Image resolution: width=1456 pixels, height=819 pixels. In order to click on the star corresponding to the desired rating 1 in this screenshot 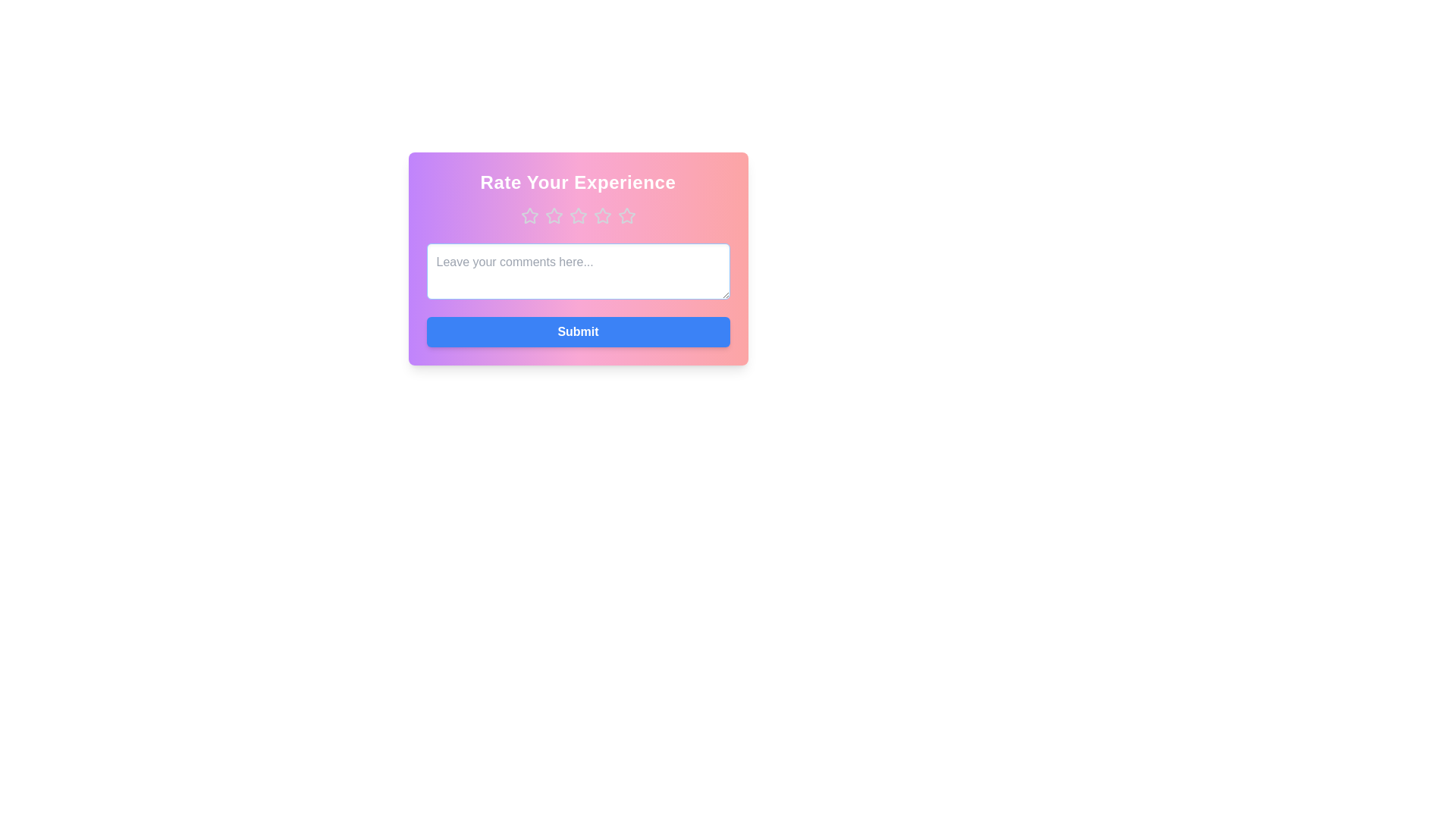, I will do `click(529, 216)`.